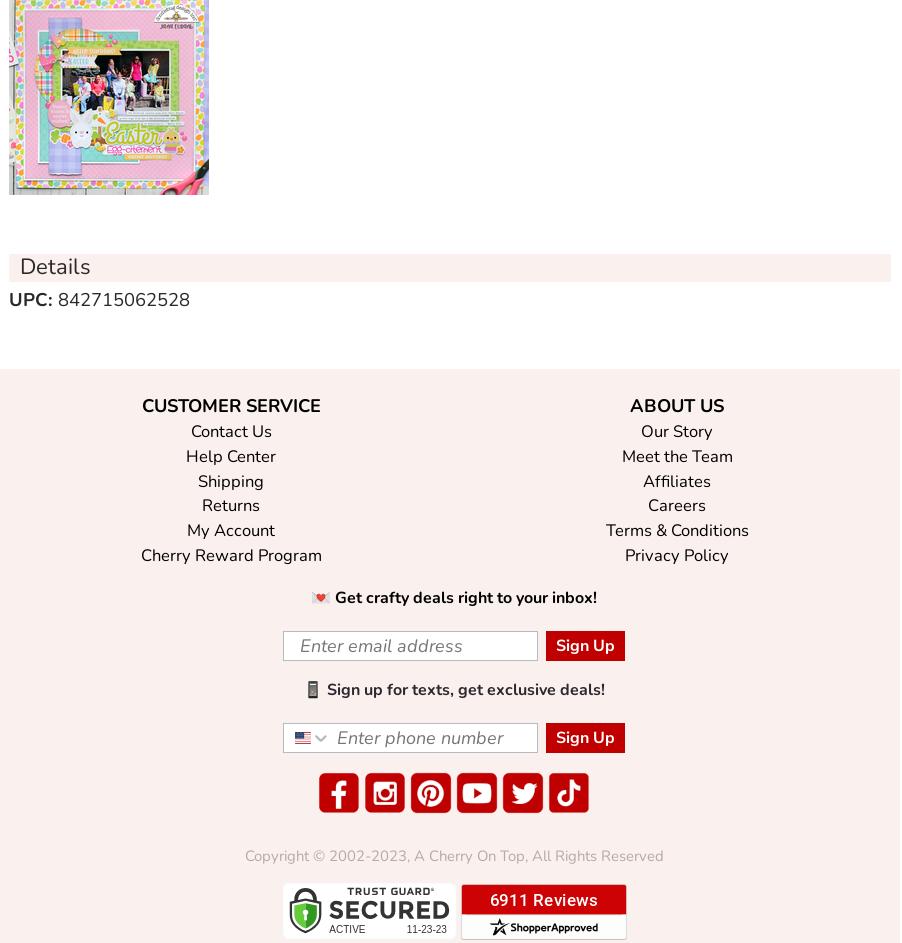  Describe the element at coordinates (452, 688) in the screenshot. I see `'📱 Sign up for texts, get exclusive deals!'` at that location.